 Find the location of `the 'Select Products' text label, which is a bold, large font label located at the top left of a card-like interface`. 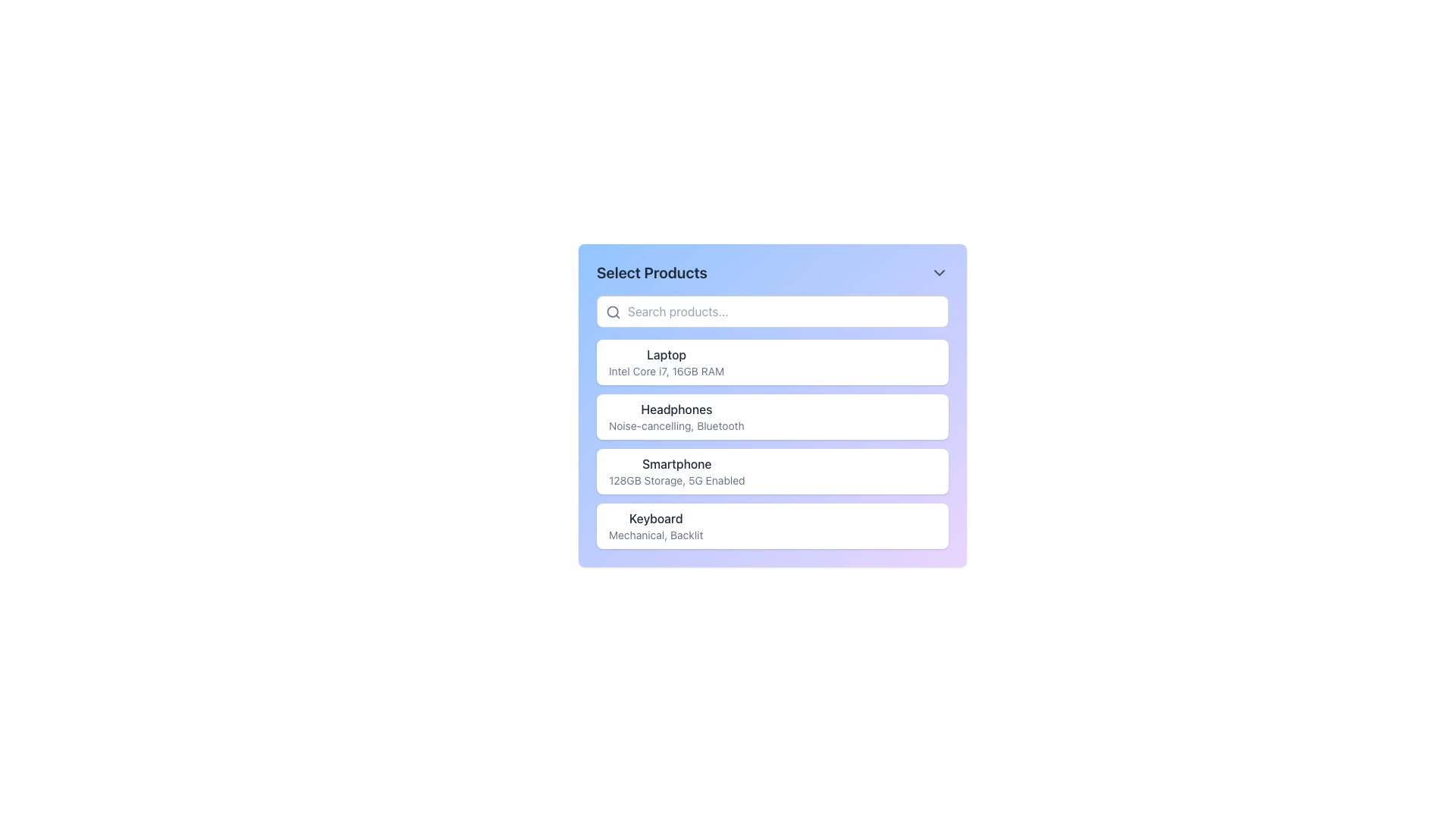

the 'Select Products' text label, which is a bold, large font label located at the top left of a card-like interface is located at coordinates (651, 271).